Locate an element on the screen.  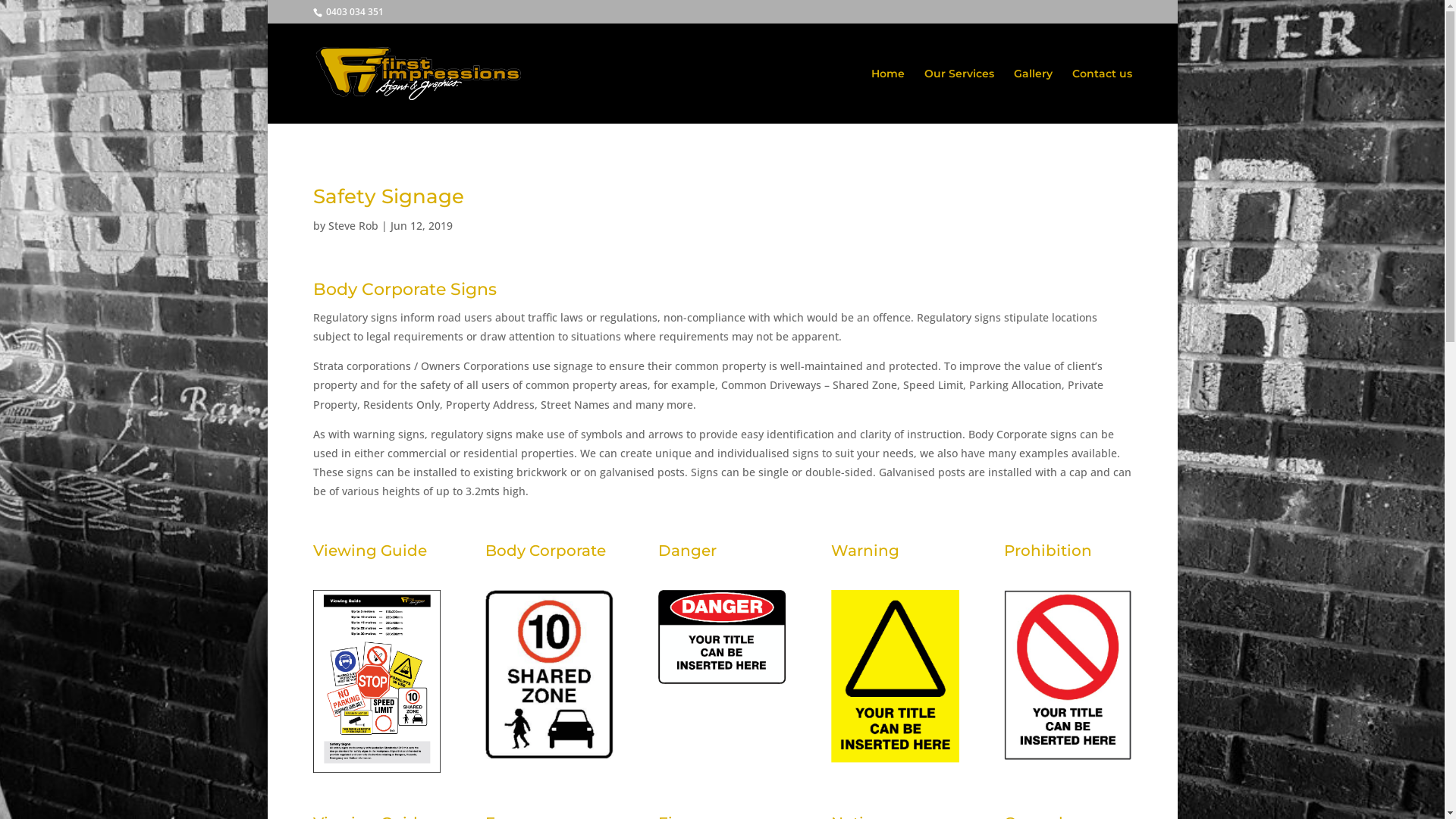
'0403 034 351' is located at coordinates (322, 11).